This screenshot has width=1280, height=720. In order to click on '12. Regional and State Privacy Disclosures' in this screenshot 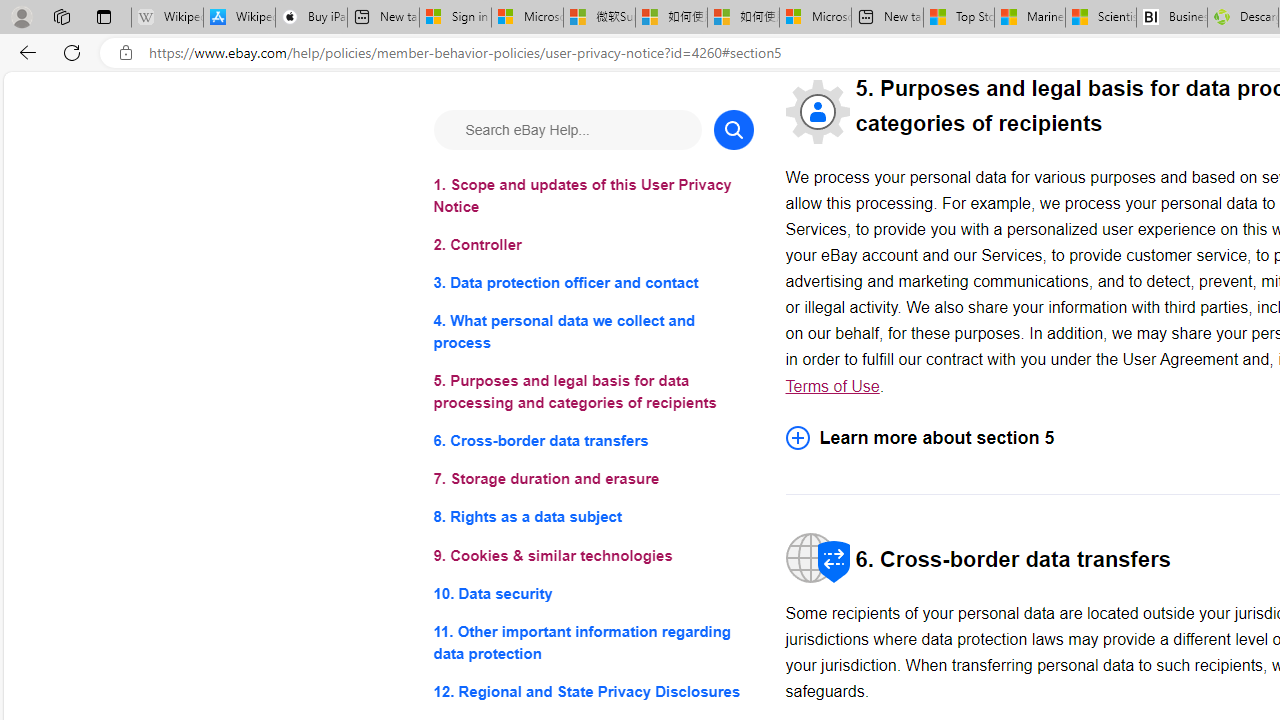, I will do `click(592, 690)`.